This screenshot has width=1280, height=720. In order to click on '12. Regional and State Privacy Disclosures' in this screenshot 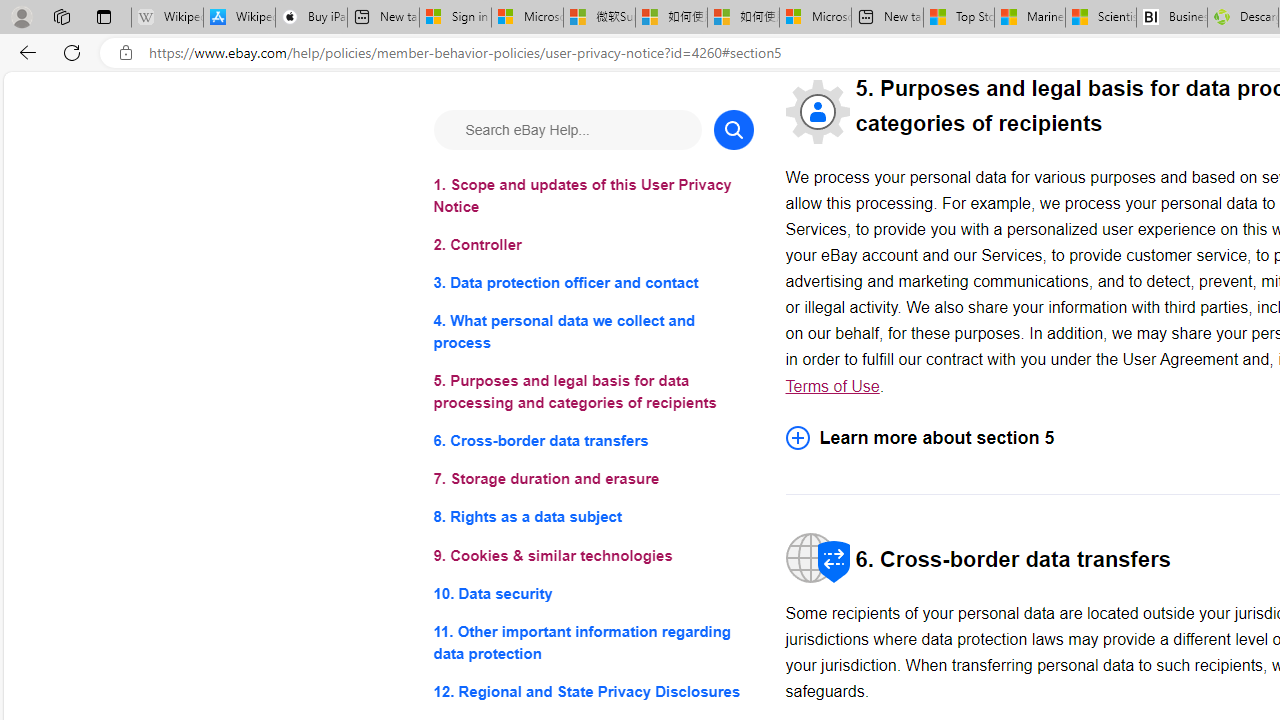, I will do `click(592, 690)`.